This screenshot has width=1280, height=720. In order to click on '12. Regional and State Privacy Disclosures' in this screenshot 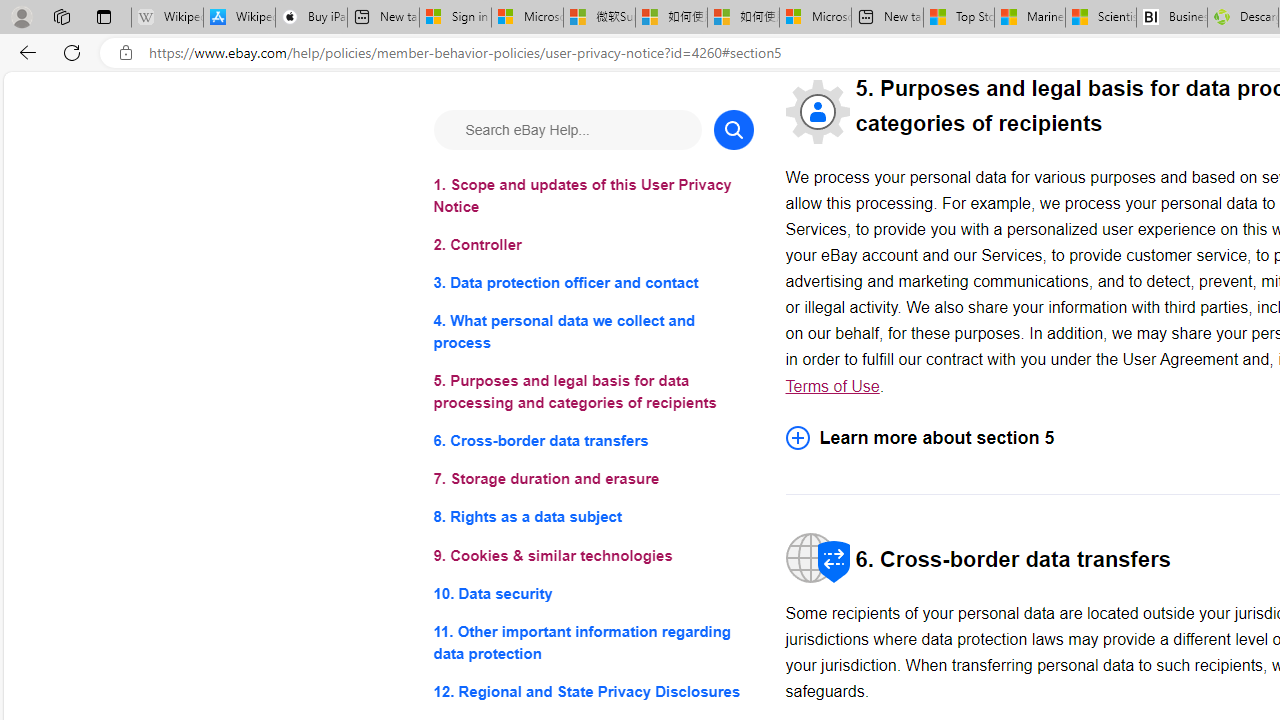, I will do `click(592, 690)`.